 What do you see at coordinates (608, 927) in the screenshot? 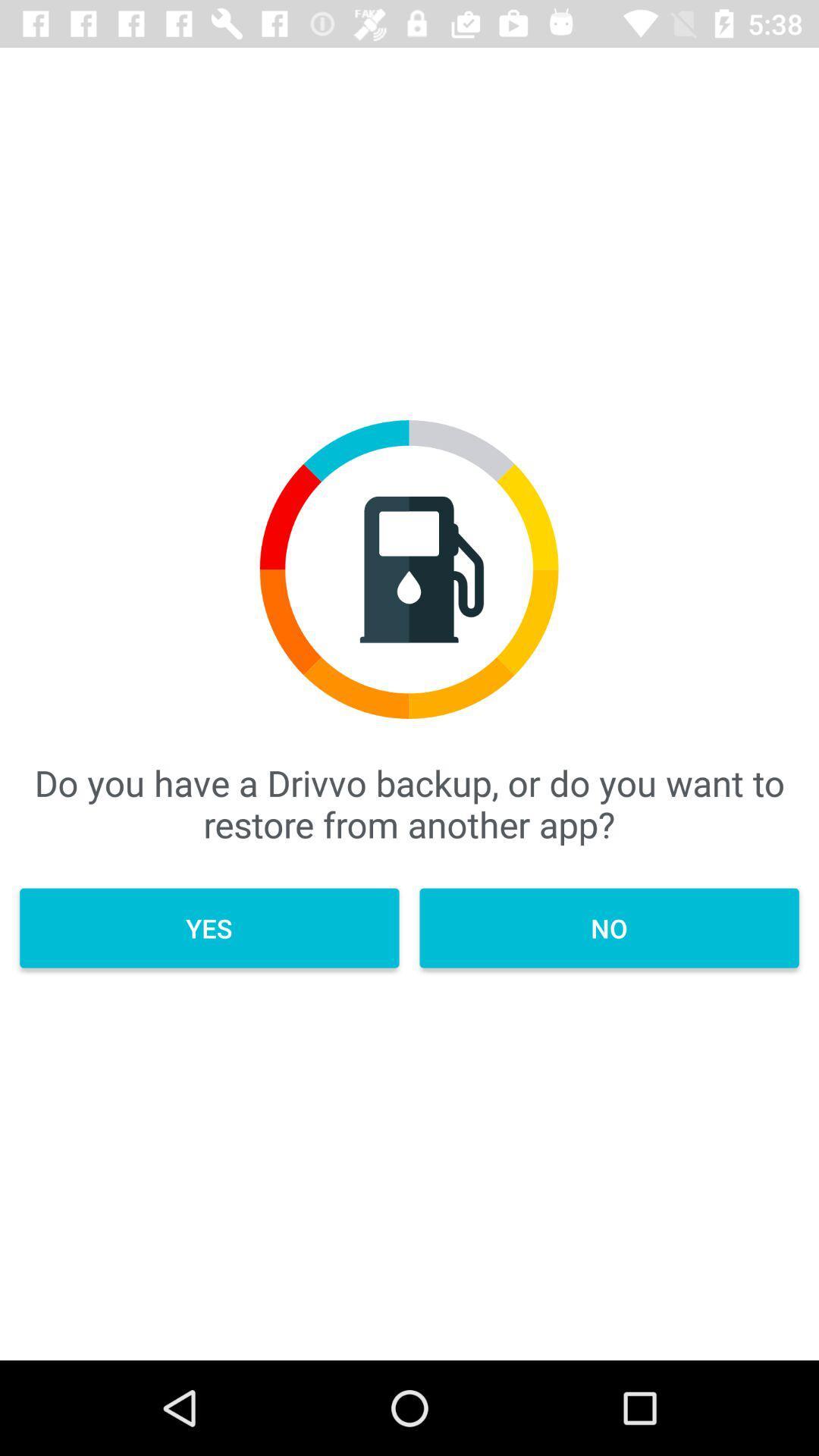
I see `icon to the right of yes icon` at bounding box center [608, 927].